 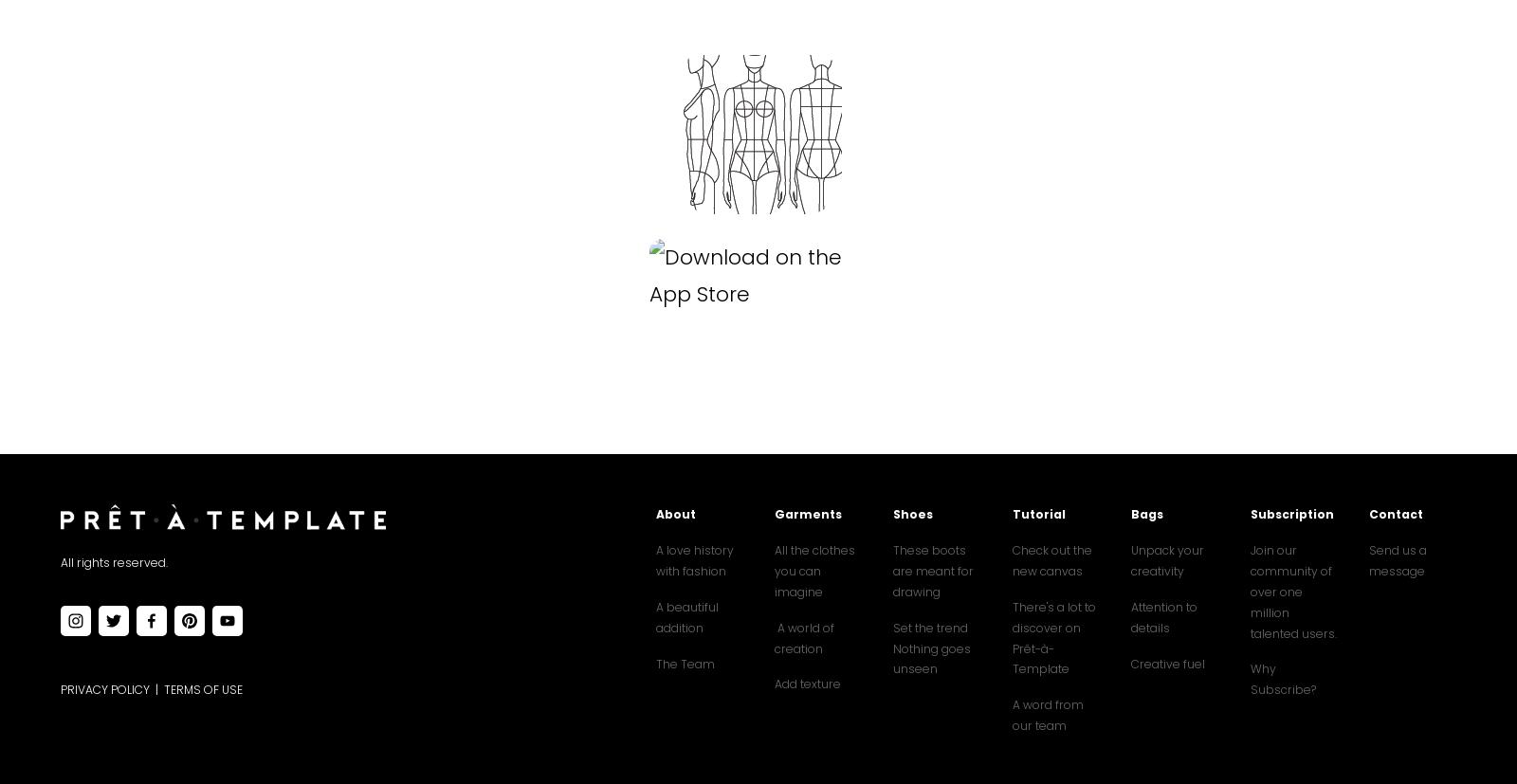 I want to click on 'Check out the new canvas', so click(x=1052, y=559).